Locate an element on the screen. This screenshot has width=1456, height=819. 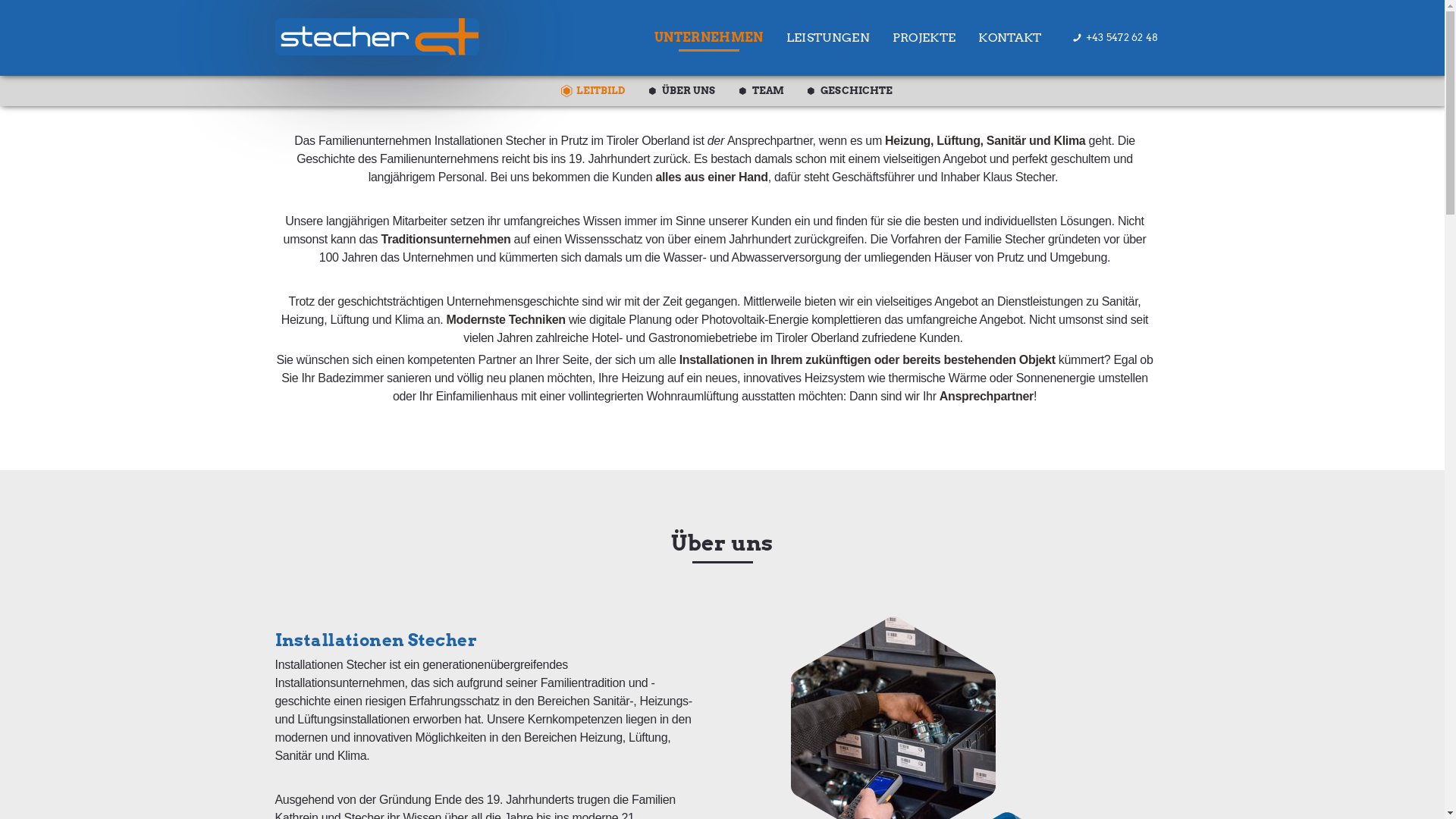
'+43 5472 62 48' is located at coordinates (1115, 32).